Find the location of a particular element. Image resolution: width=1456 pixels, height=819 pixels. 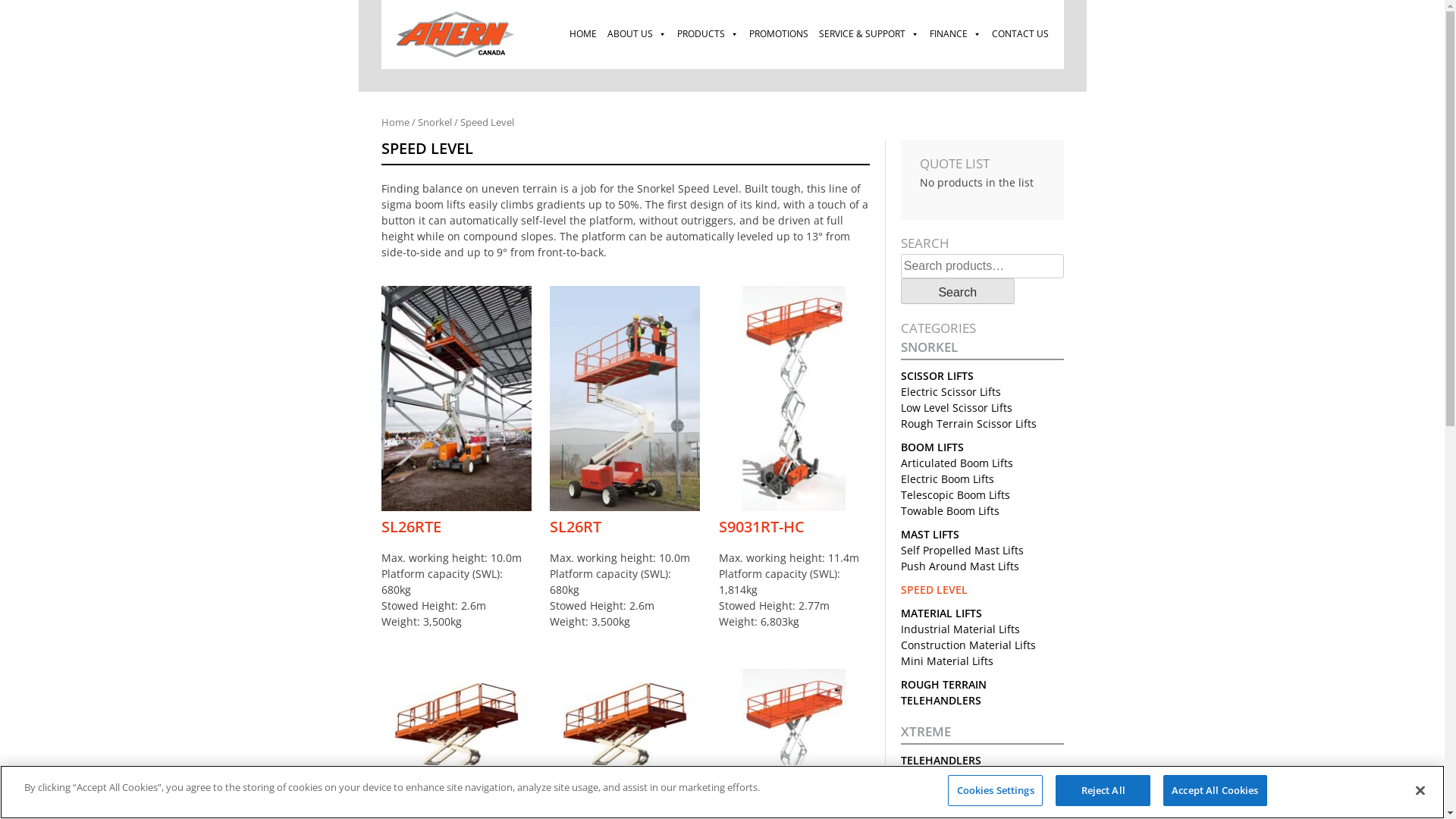

'SPEED LEVEL' is located at coordinates (934, 588).